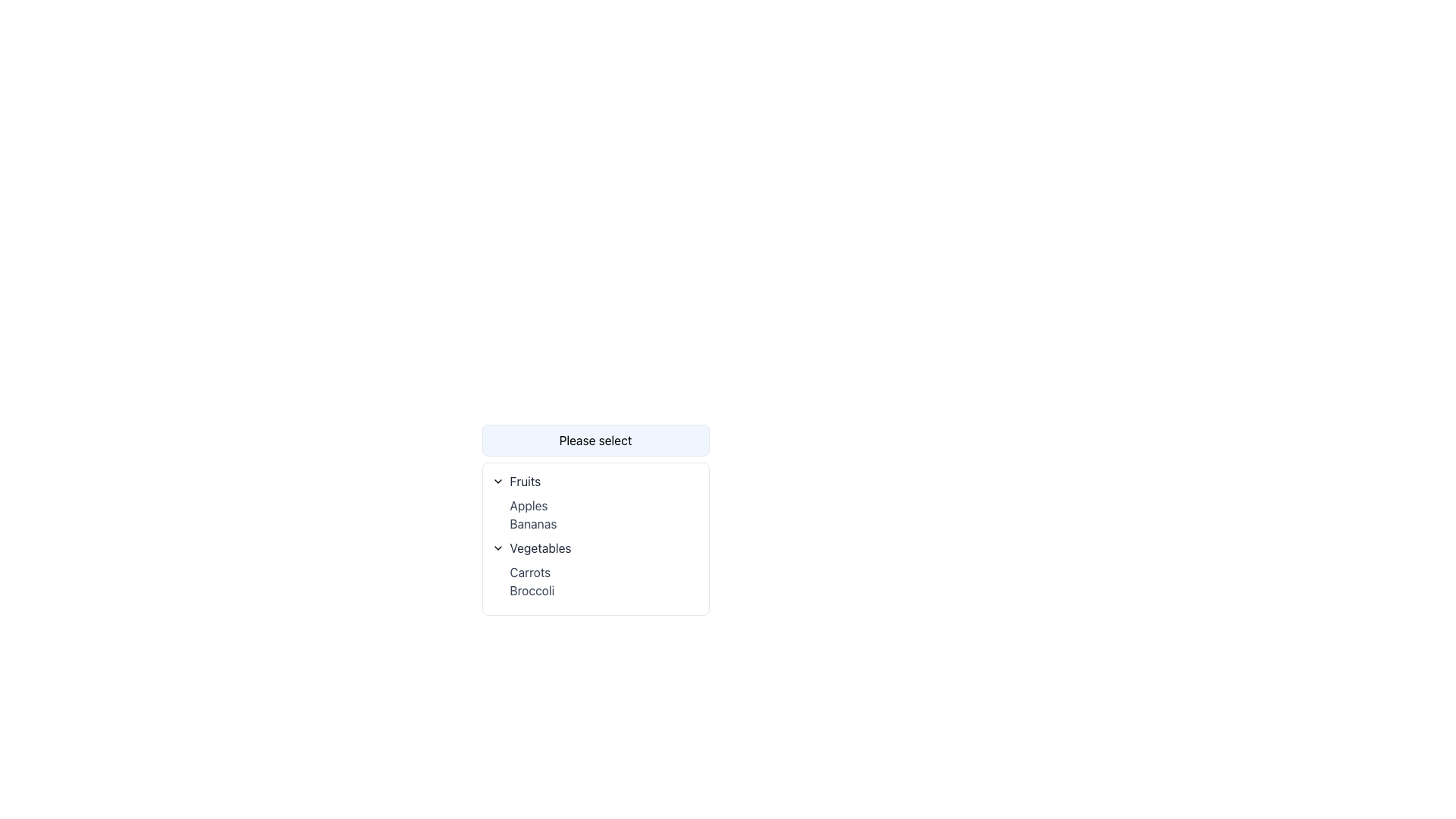  What do you see at coordinates (595, 513) in the screenshot?
I see `the selectable option "Apples" in the dropdown menu under the "Fruits" section` at bounding box center [595, 513].